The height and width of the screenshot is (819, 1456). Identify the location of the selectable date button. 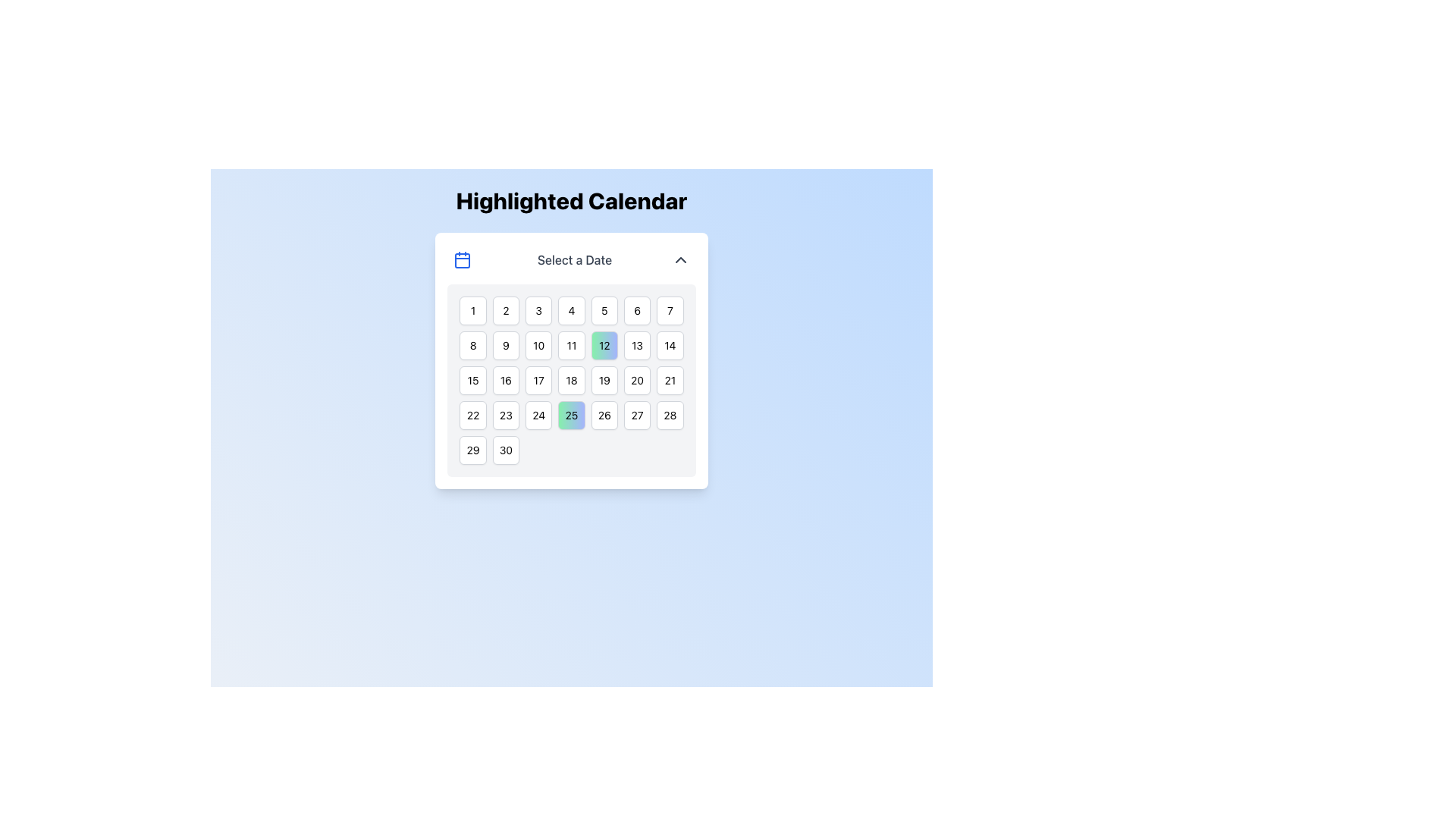
(669, 415).